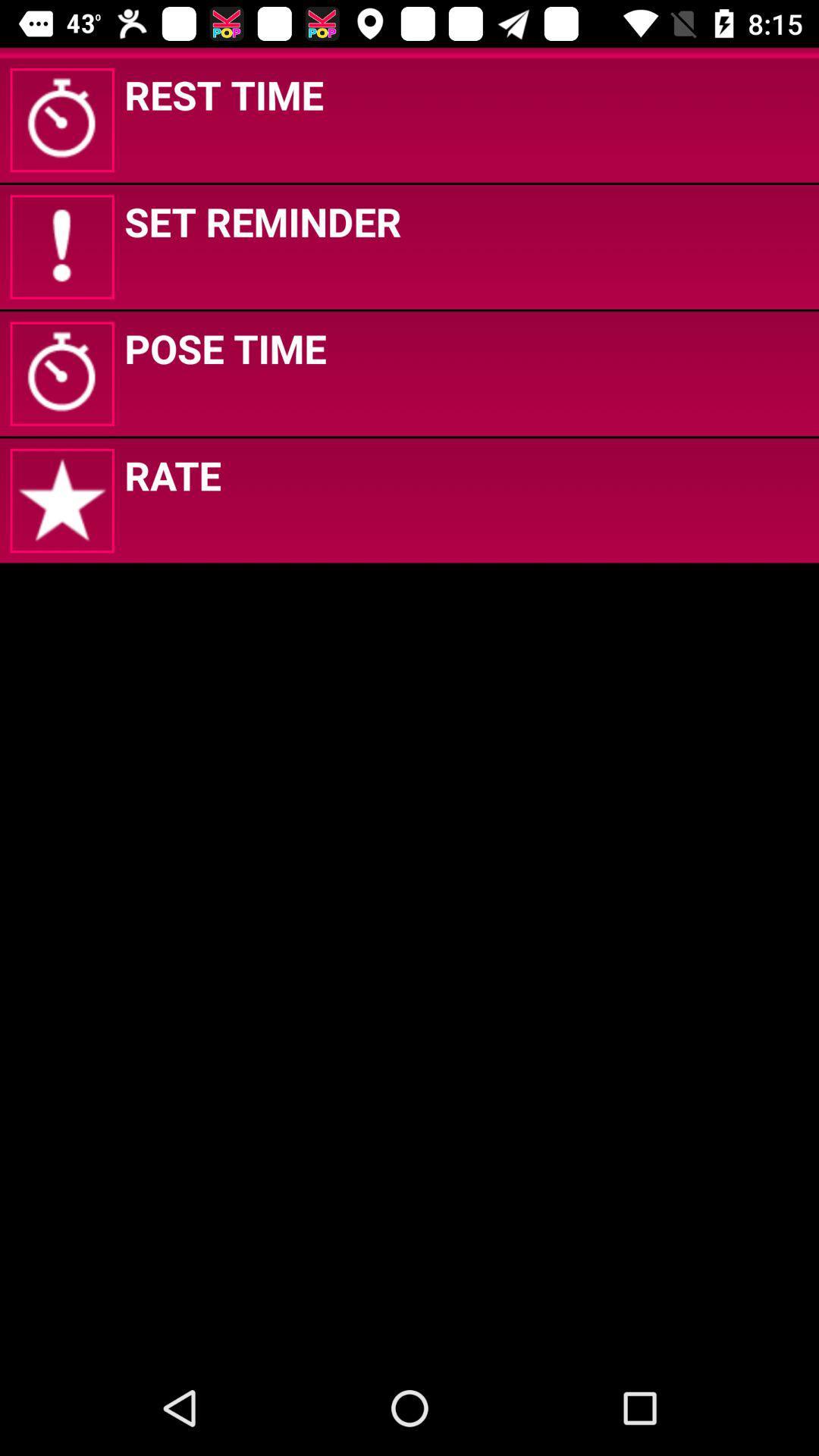  What do you see at coordinates (171, 474) in the screenshot?
I see `rate` at bounding box center [171, 474].